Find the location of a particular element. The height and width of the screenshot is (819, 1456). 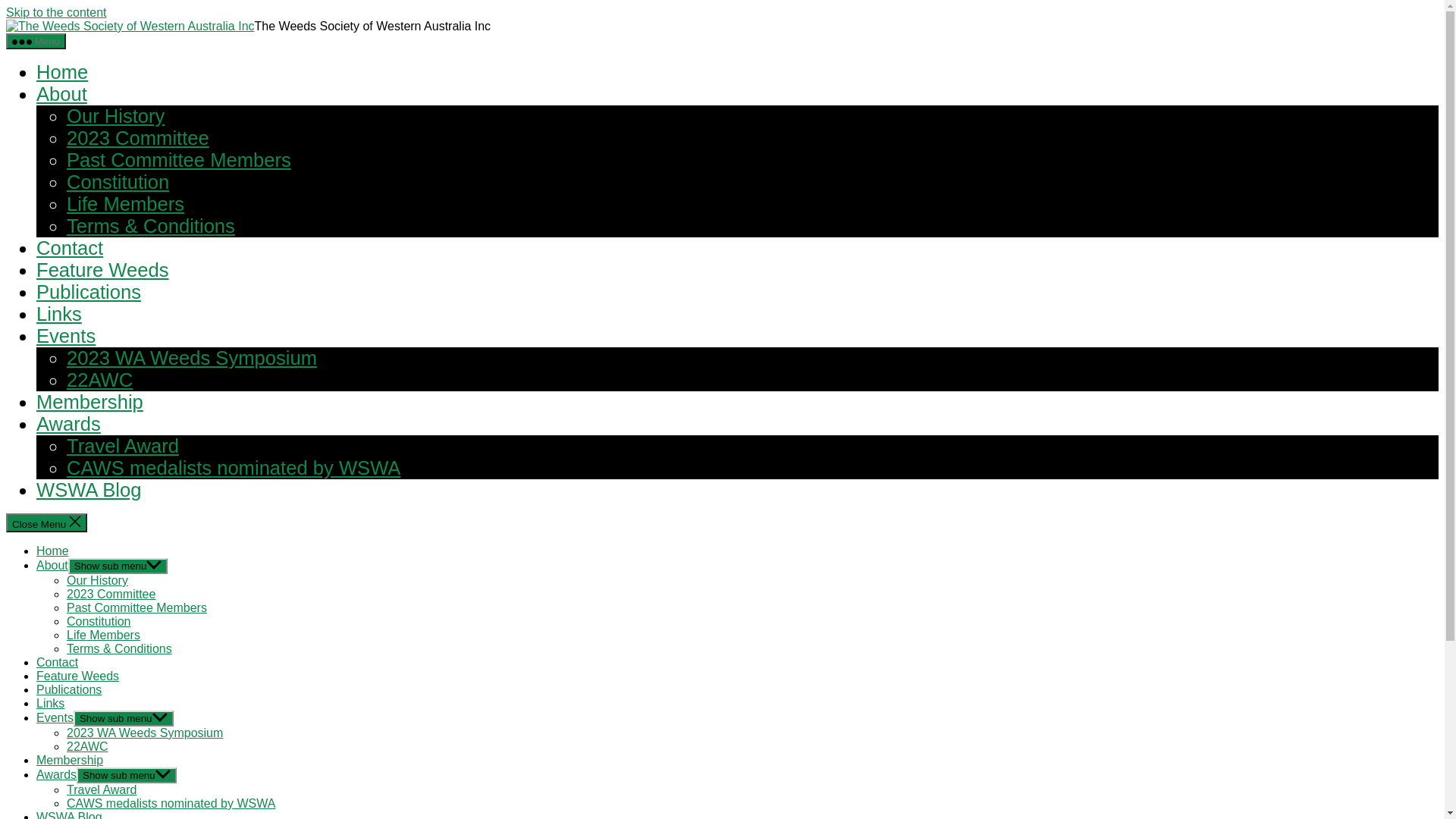

'Our History' is located at coordinates (115, 115).